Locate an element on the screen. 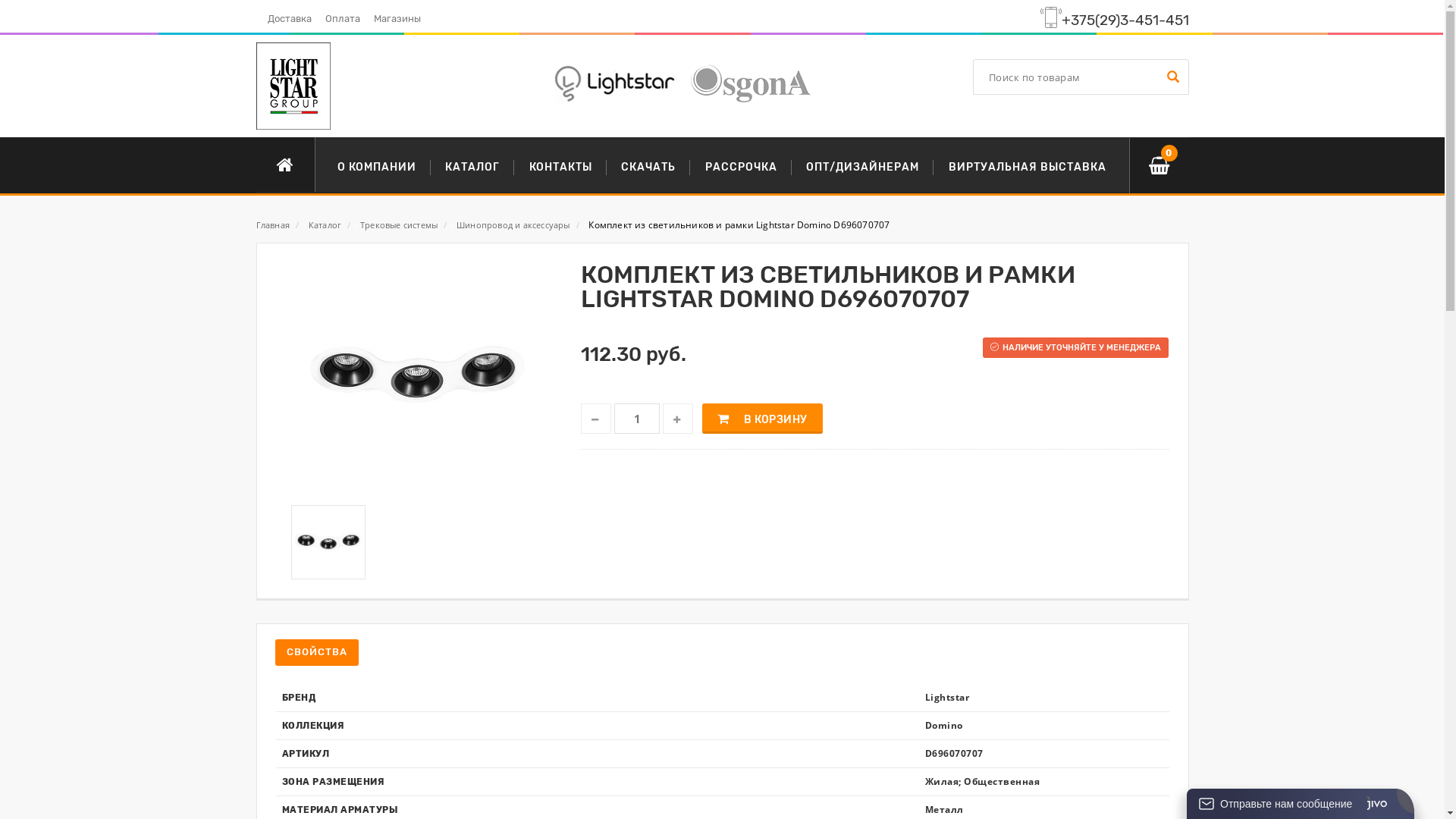 Image resolution: width=1456 pixels, height=819 pixels. ' ' is located at coordinates (1170, 77).